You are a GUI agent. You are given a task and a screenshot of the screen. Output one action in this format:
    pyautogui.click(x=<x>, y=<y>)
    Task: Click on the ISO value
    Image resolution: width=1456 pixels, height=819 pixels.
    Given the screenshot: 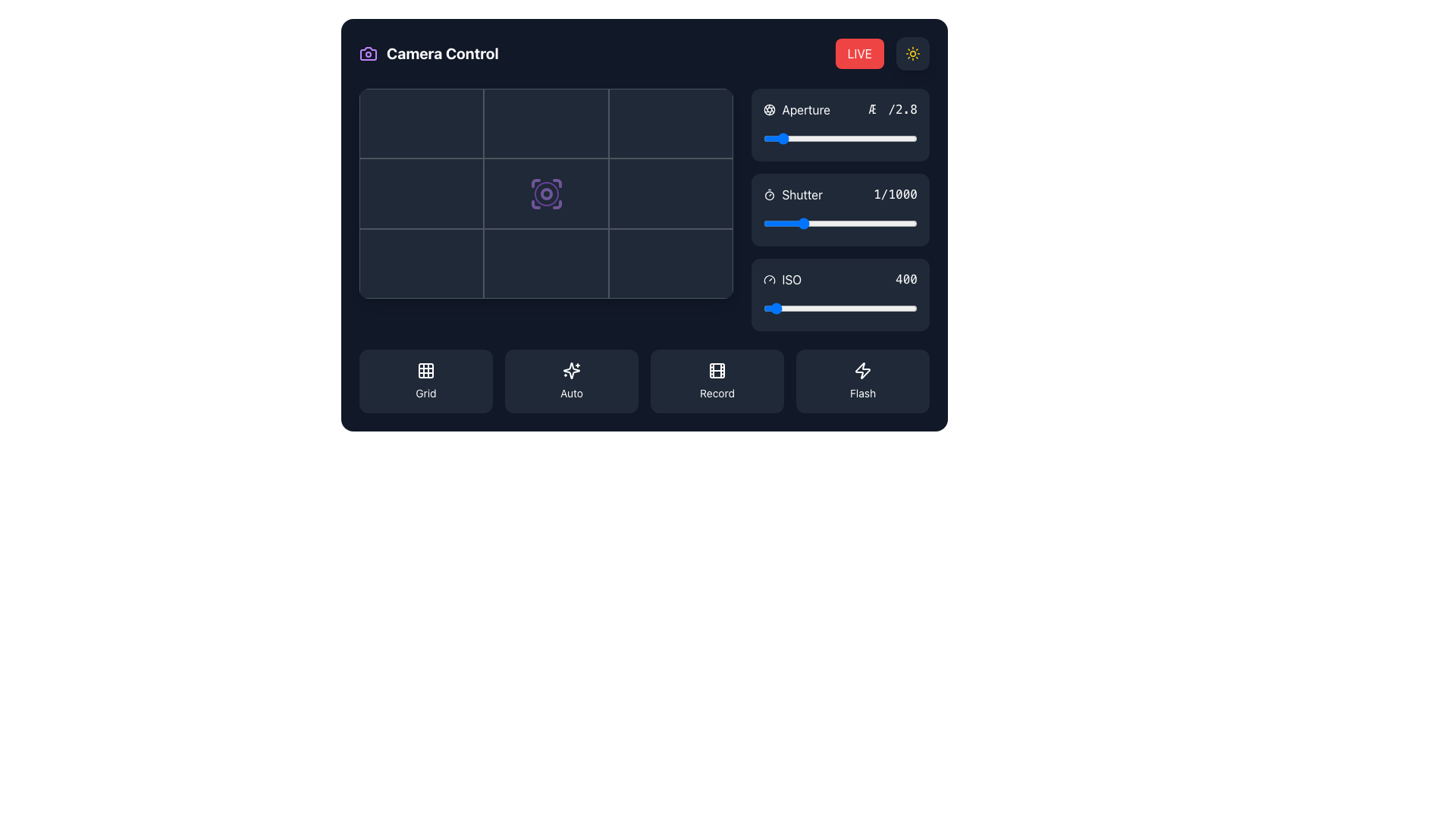 What is the action you would take?
    pyautogui.click(x=858, y=308)
    